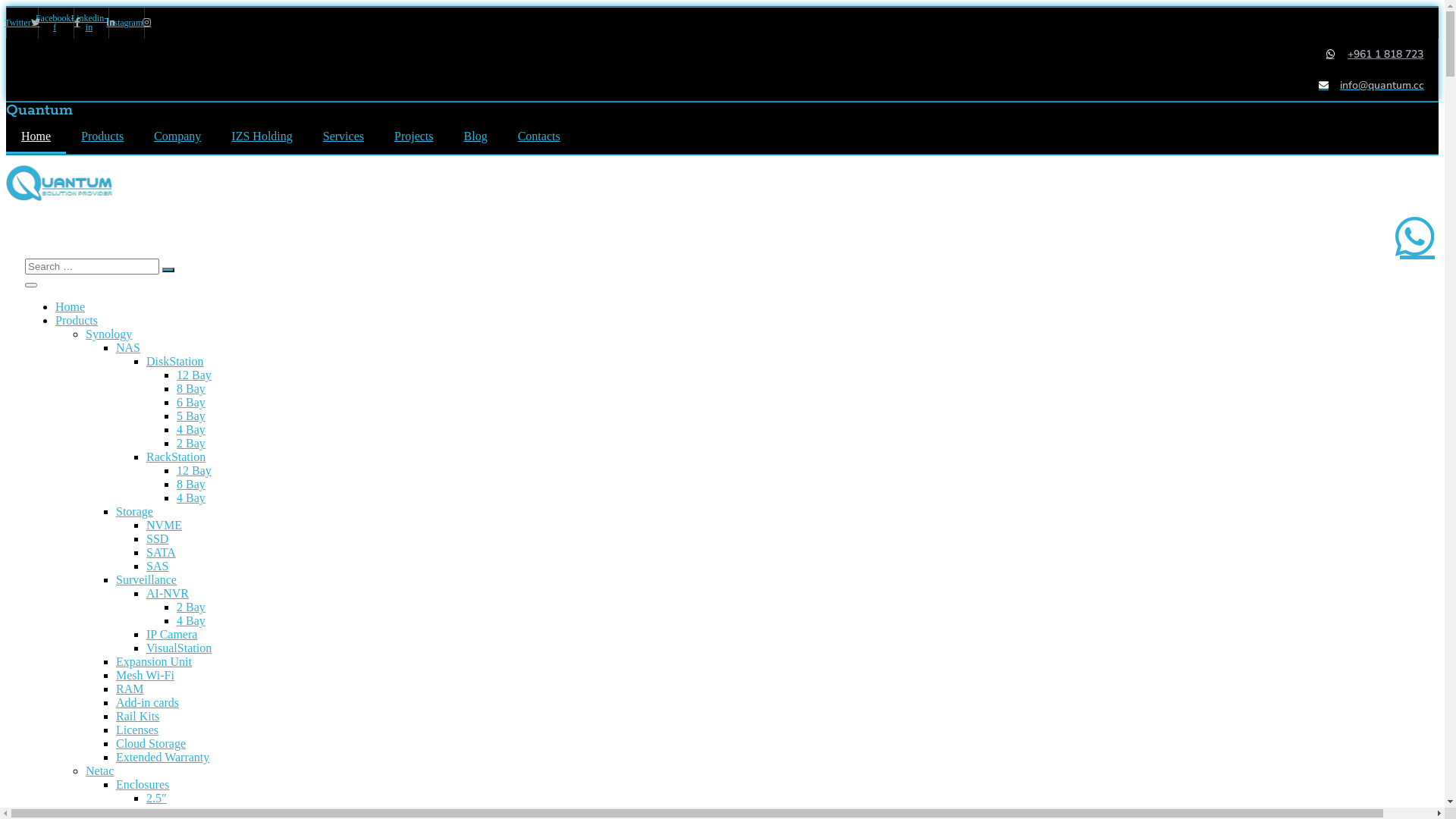  Describe the element at coordinates (175, 456) in the screenshot. I see `'RackStation'` at that location.